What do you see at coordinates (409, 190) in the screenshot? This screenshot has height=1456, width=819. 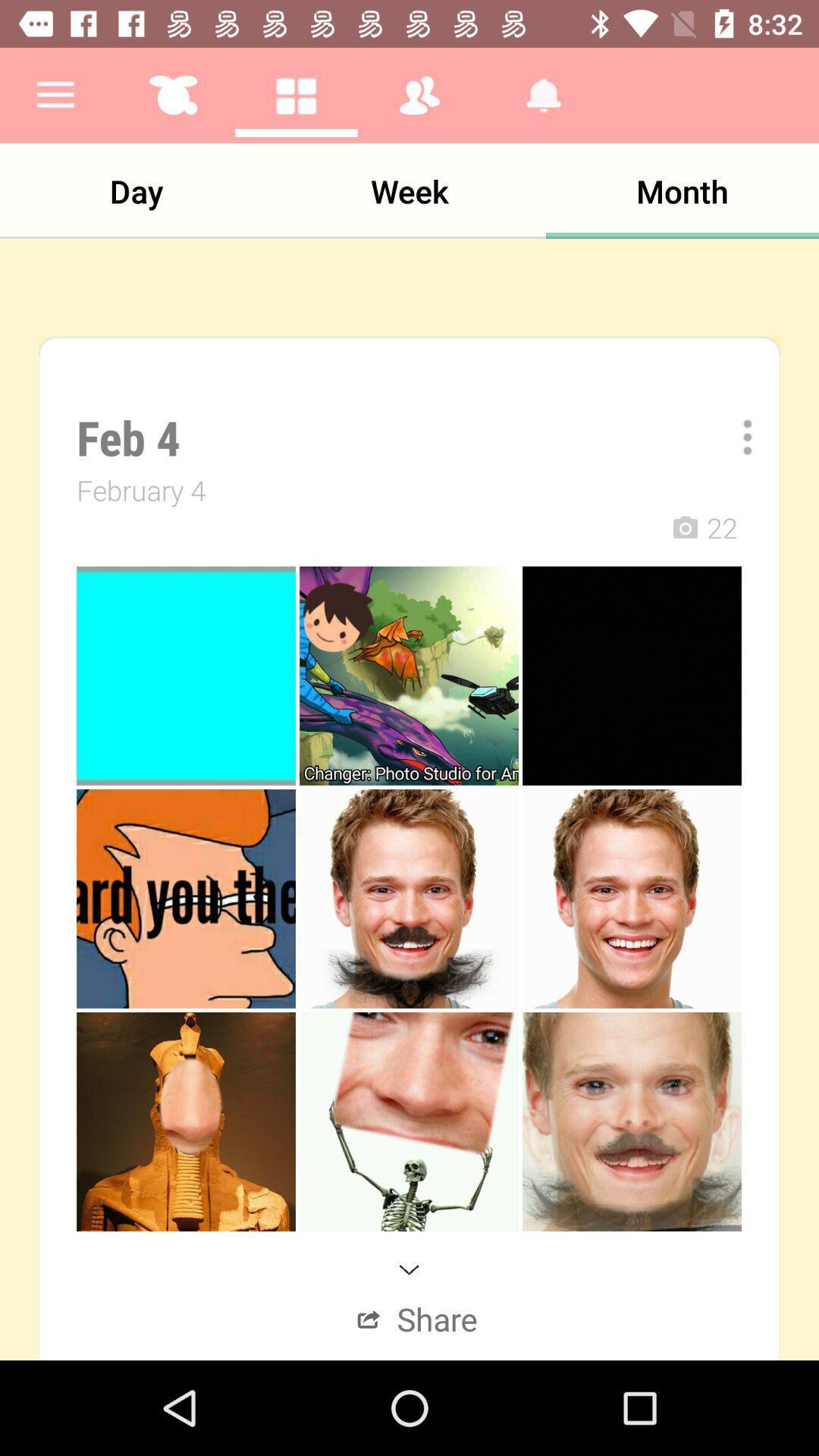 I see `the item to the left of the month icon` at bounding box center [409, 190].